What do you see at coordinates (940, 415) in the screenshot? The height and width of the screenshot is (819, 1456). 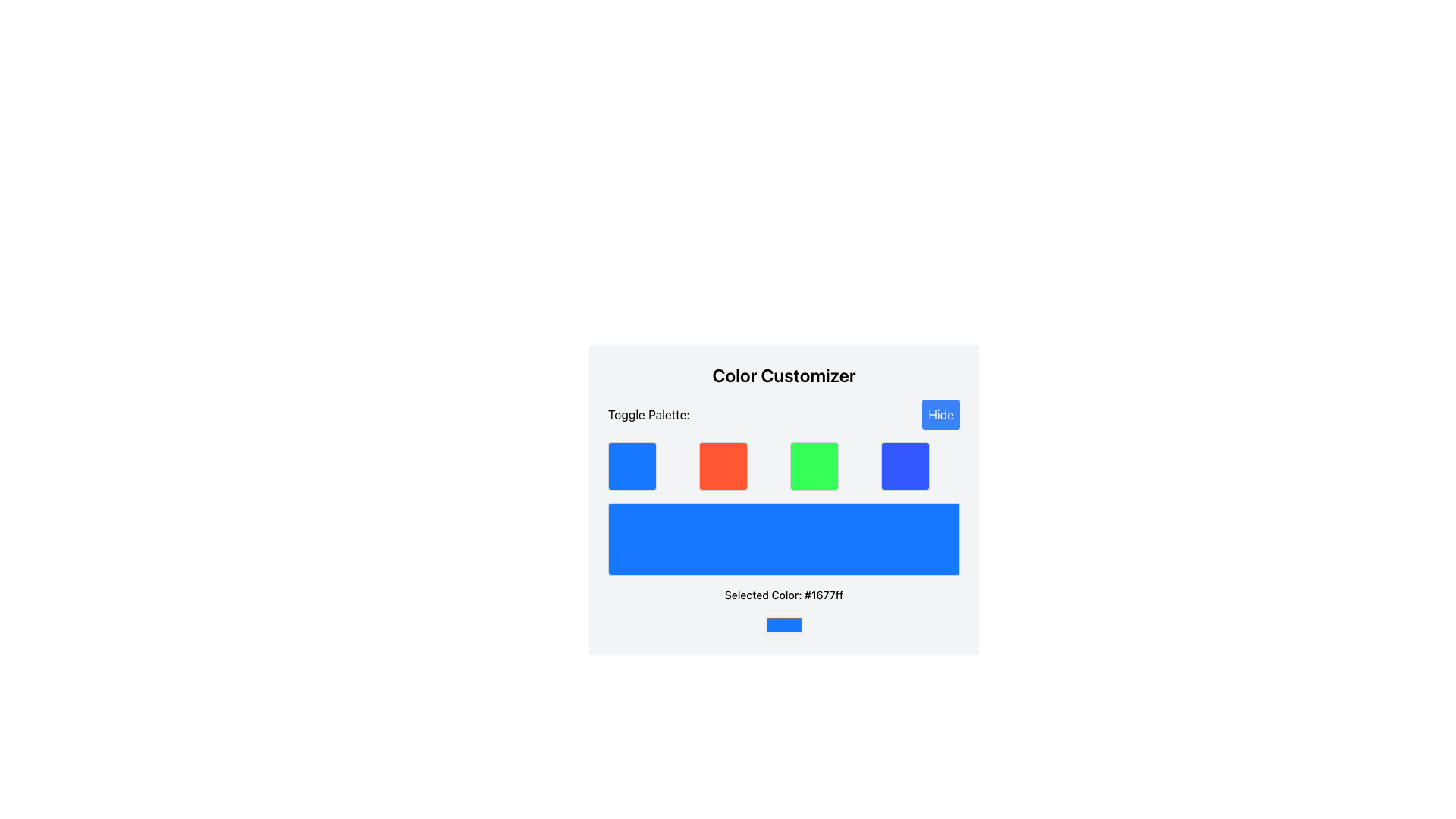 I see `the rectangular button with rounded corners that has a blue background and white text reading 'Hide'` at bounding box center [940, 415].